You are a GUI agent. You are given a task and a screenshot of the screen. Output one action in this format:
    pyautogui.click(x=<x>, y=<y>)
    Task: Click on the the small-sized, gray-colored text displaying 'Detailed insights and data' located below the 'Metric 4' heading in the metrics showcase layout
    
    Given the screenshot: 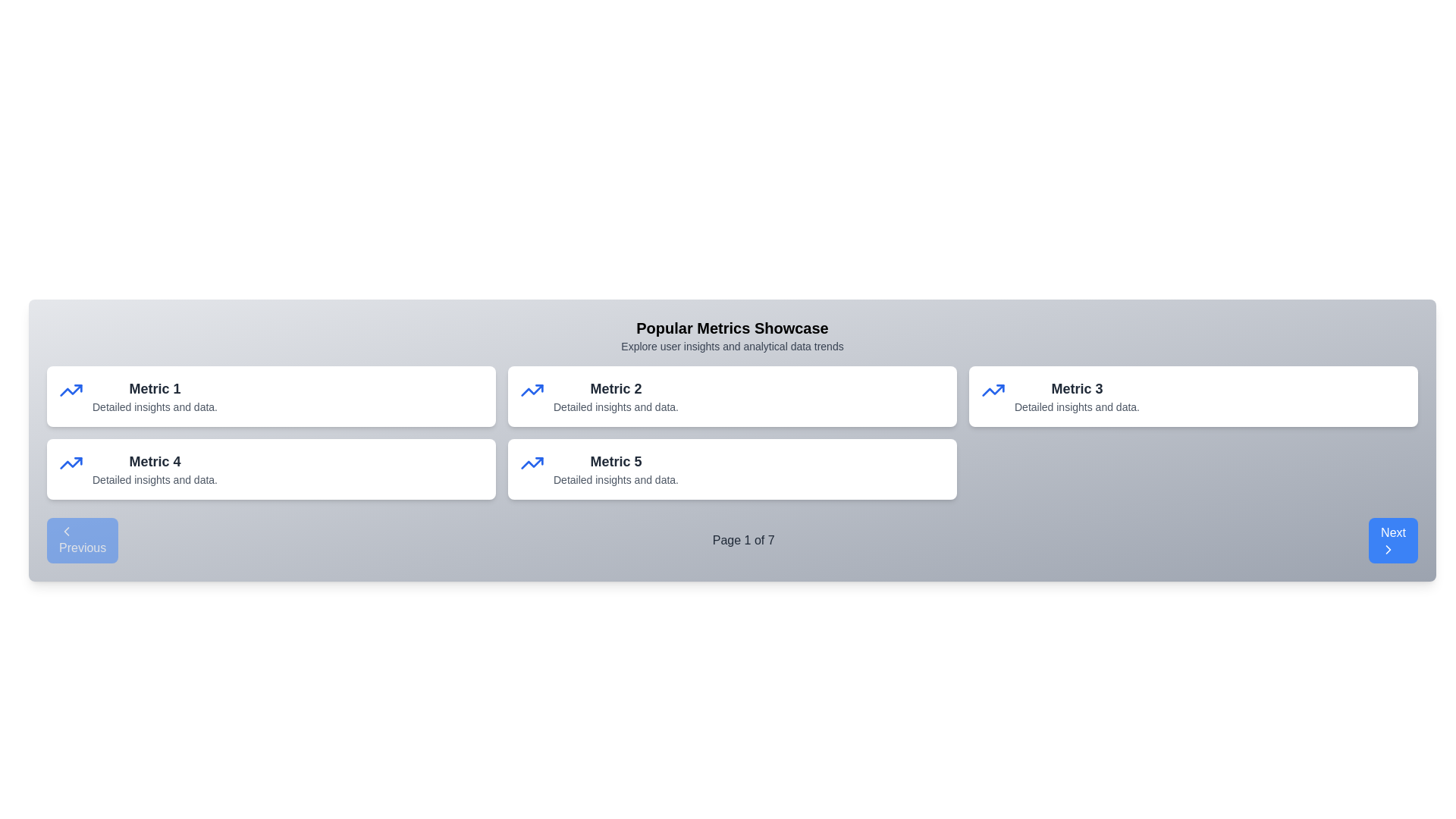 What is the action you would take?
    pyautogui.click(x=155, y=479)
    